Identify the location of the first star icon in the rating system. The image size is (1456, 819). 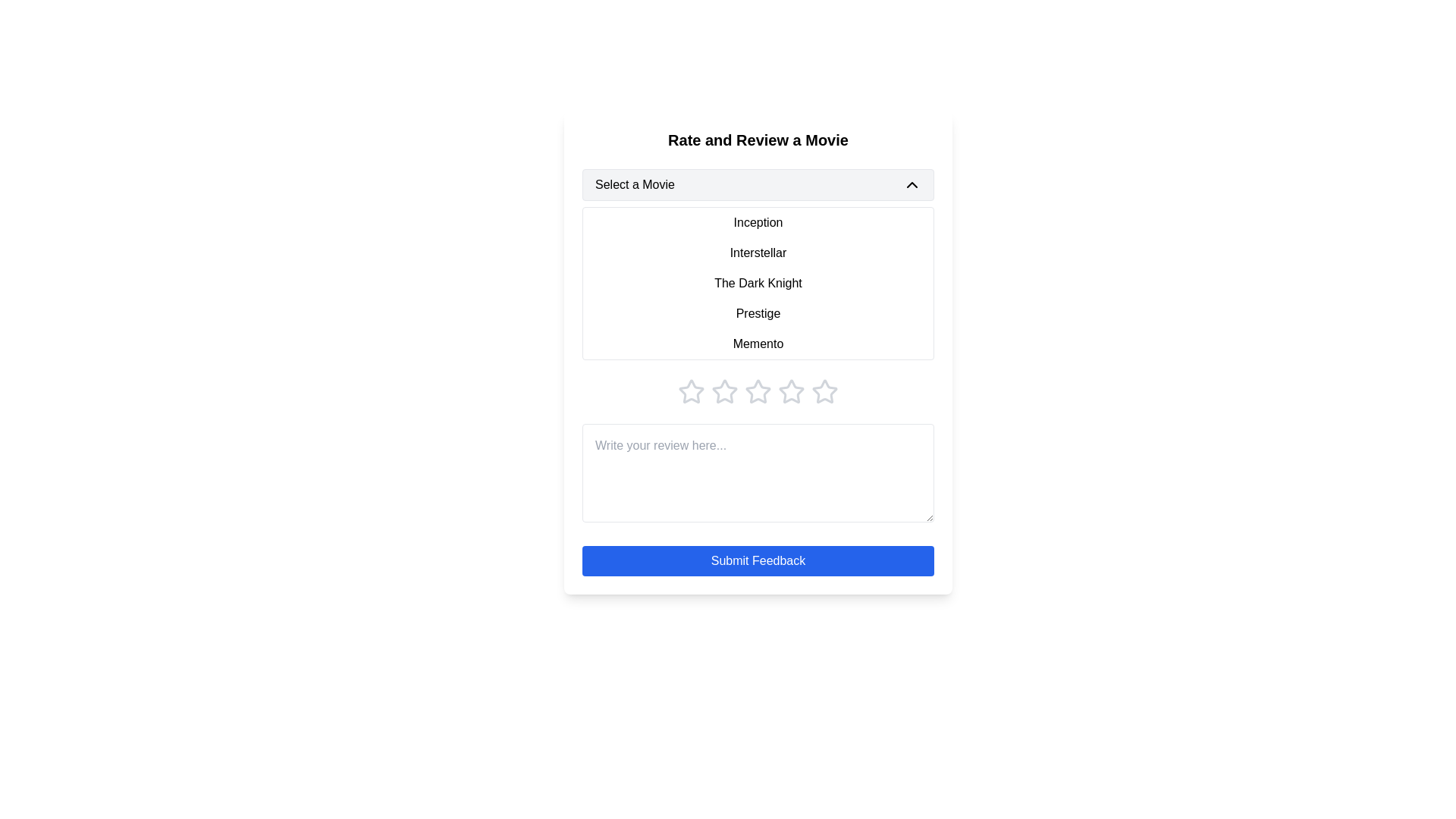
(691, 391).